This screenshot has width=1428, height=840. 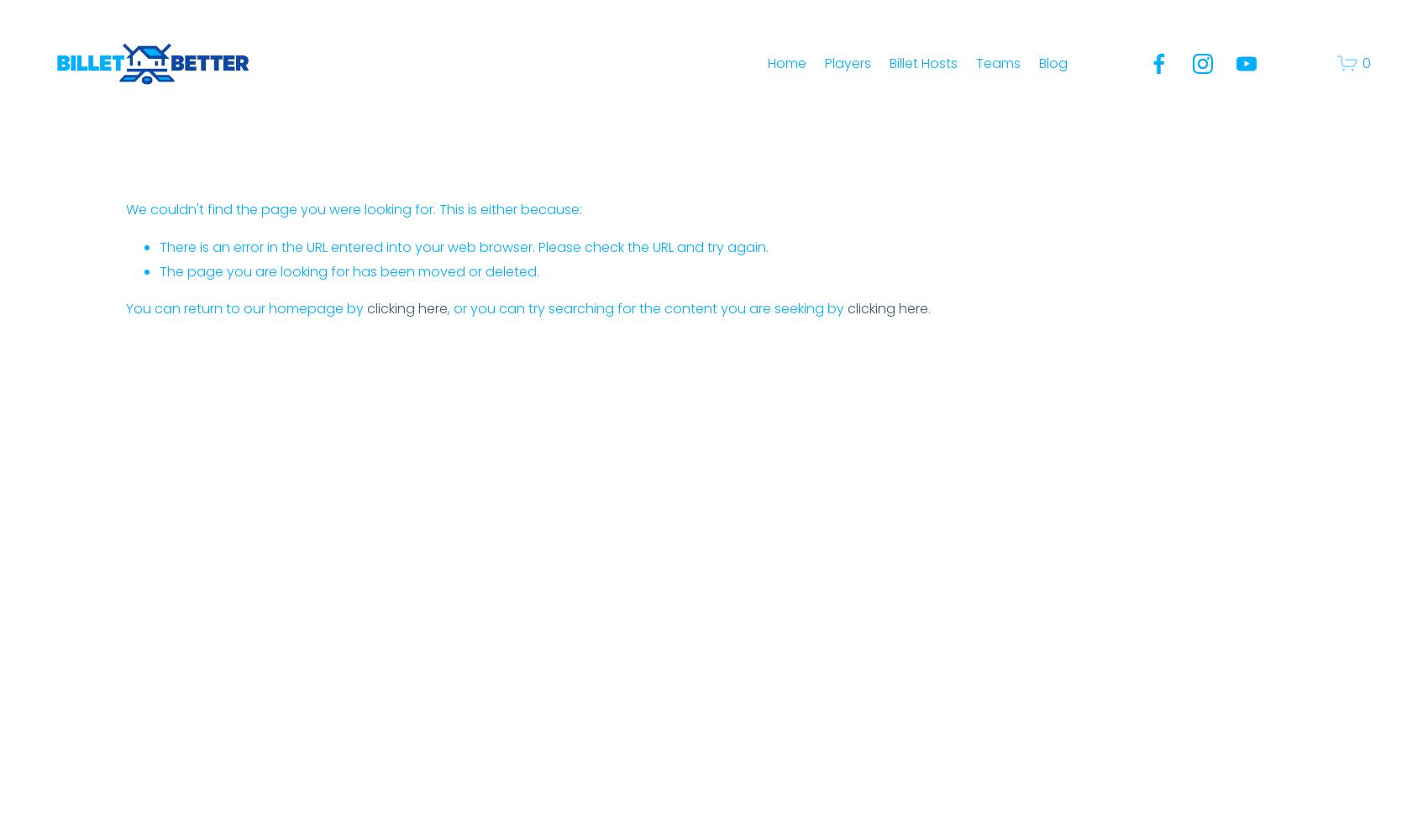 I want to click on 'There is an error in the URL entered into your web browser. Please check the URL and try again.', so click(x=463, y=246).